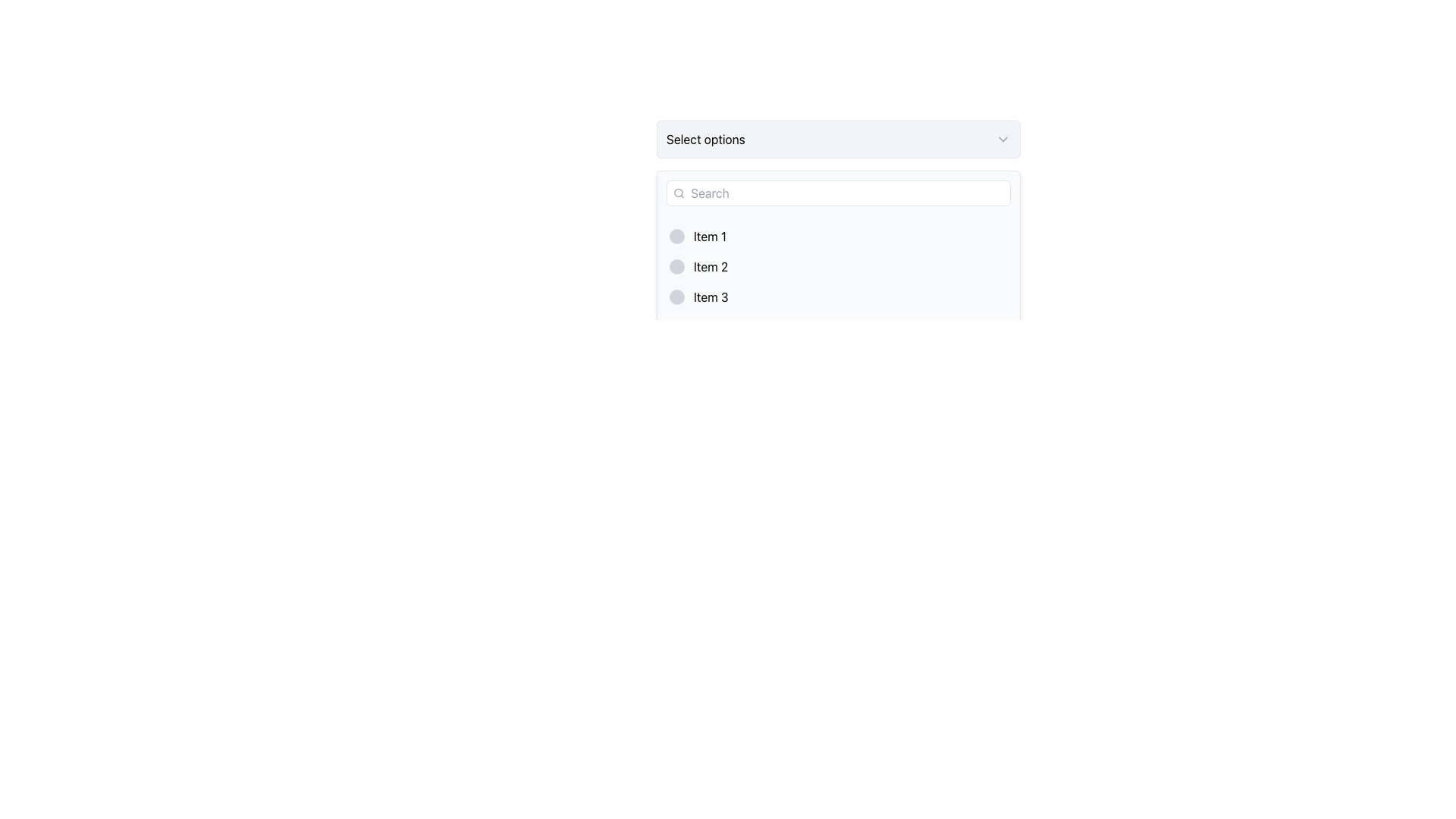 The height and width of the screenshot is (819, 1456). Describe the element at coordinates (676, 265) in the screenshot. I see `the Decorative indicator, a circular icon with a gray background and centered white text, located to the left of 'Item 2' in the selectable list` at that location.